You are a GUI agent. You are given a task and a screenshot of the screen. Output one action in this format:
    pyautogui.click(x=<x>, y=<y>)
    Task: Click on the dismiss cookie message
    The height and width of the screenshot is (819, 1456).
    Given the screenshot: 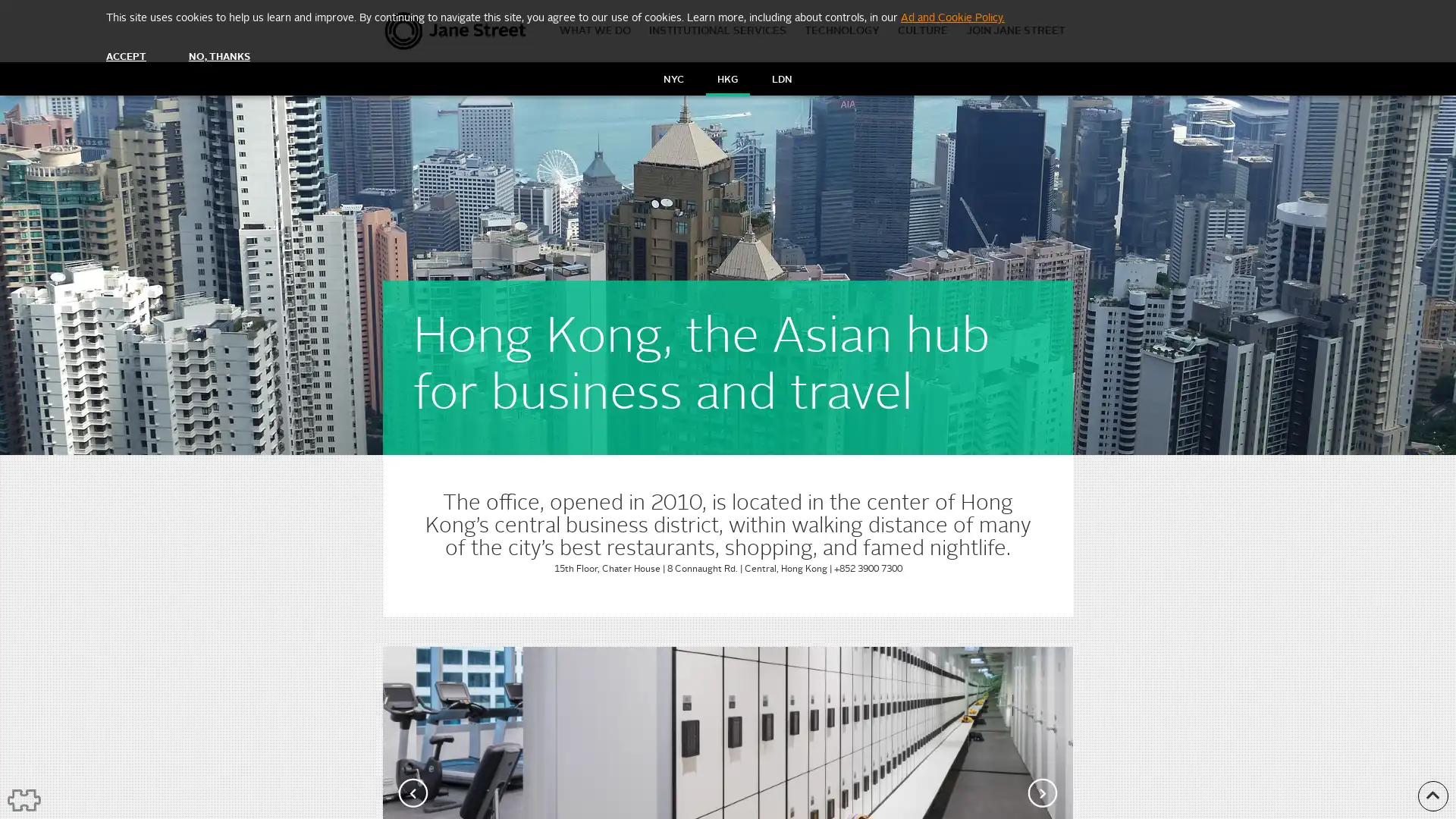 What is the action you would take?
    pyautogui.click(x=126, y=56)
    